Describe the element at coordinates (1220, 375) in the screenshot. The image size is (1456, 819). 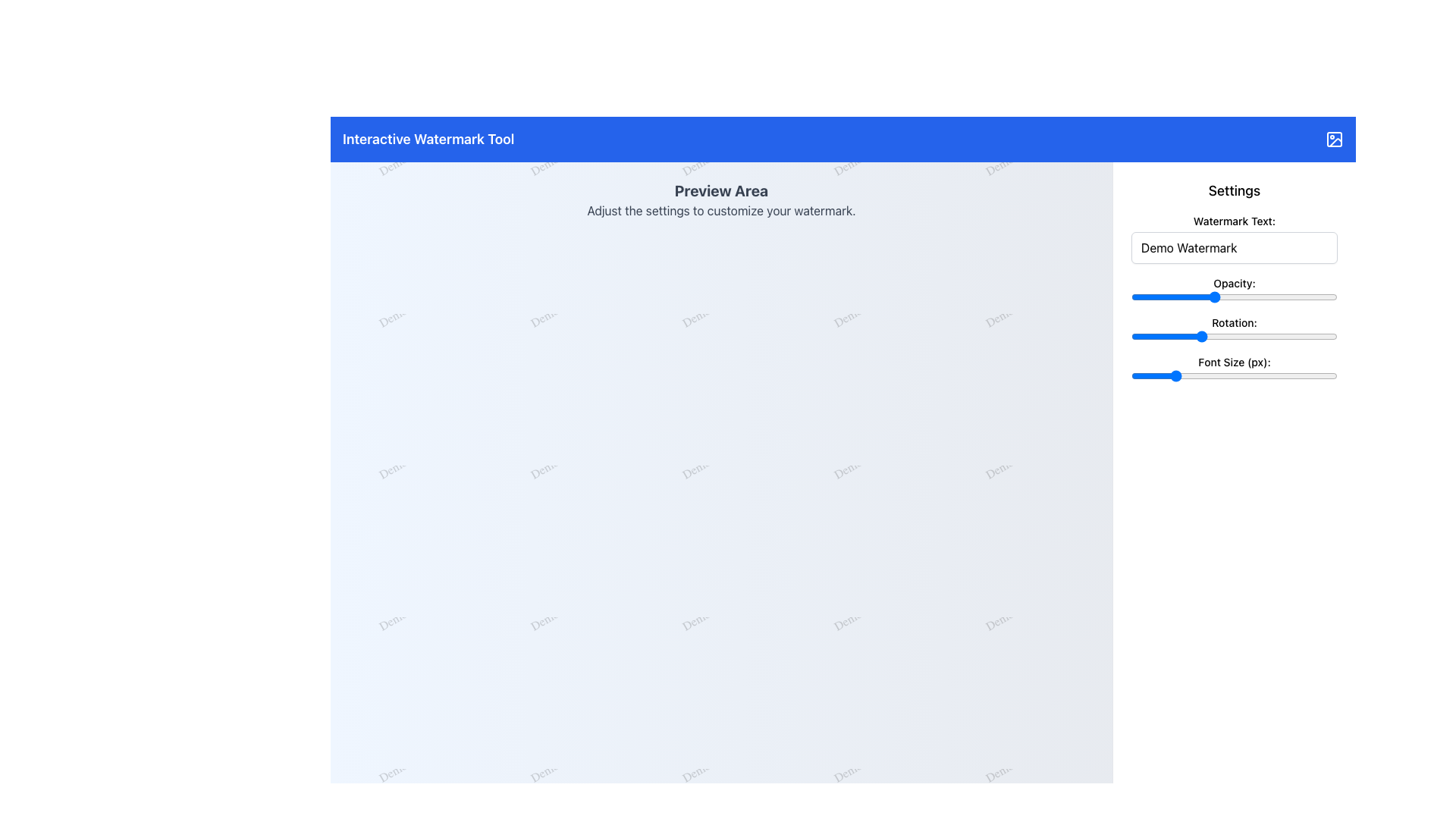
I see `font size` at that location.